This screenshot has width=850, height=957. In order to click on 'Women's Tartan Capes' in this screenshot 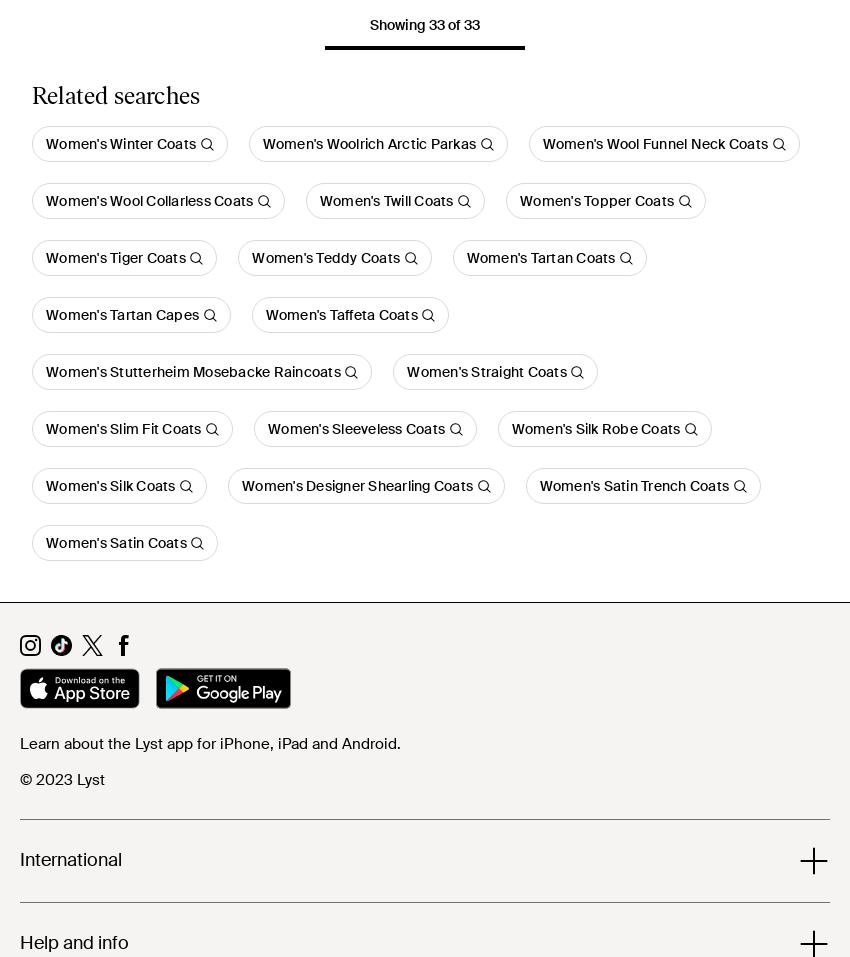, I will do `click(121, 315)`.